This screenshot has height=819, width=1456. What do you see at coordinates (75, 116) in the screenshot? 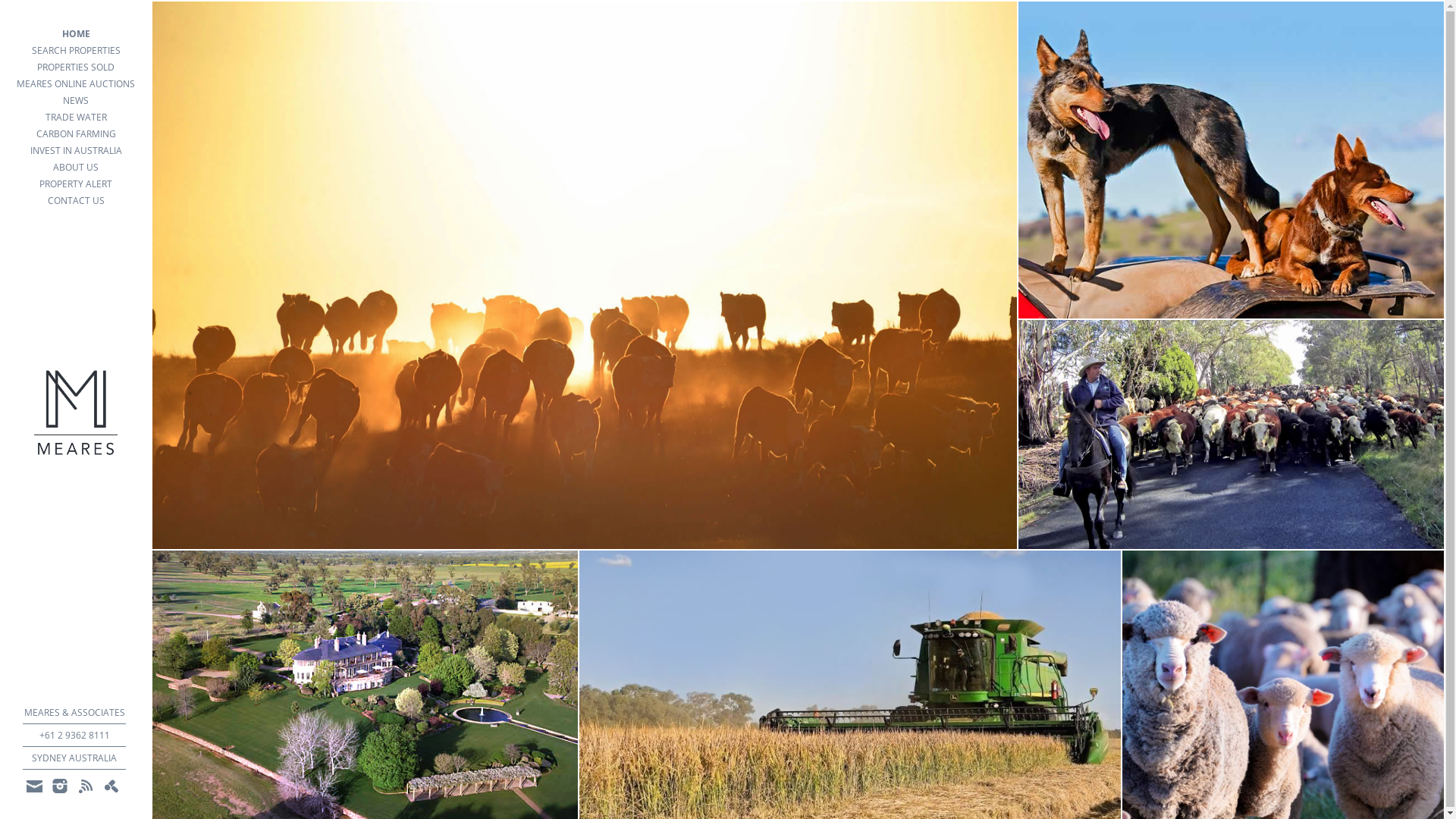
I see `'TRADE WATER'` at bounding box center [75, 116].